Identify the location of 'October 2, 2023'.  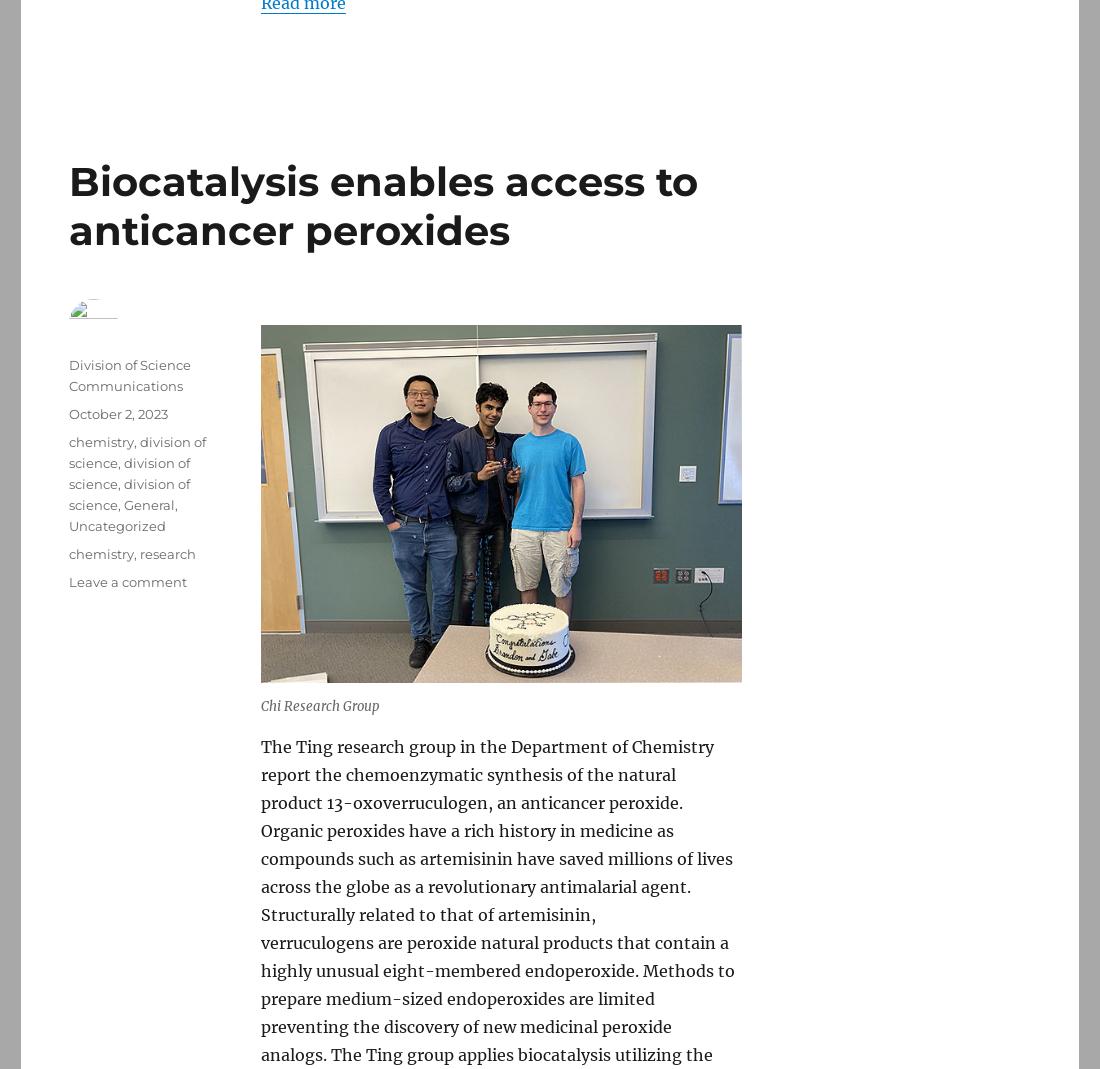
(118, 412).